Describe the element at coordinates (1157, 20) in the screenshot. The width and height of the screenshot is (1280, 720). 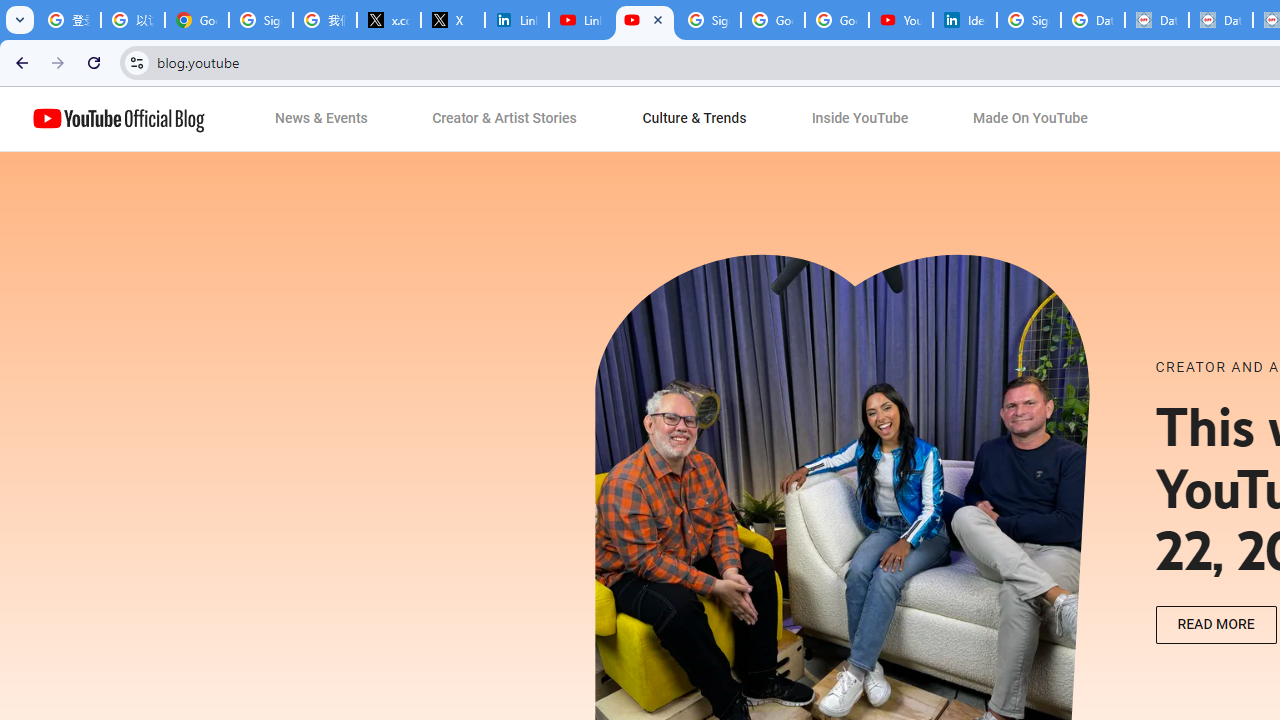
I see `'Data Privacy Framework'` at that location.